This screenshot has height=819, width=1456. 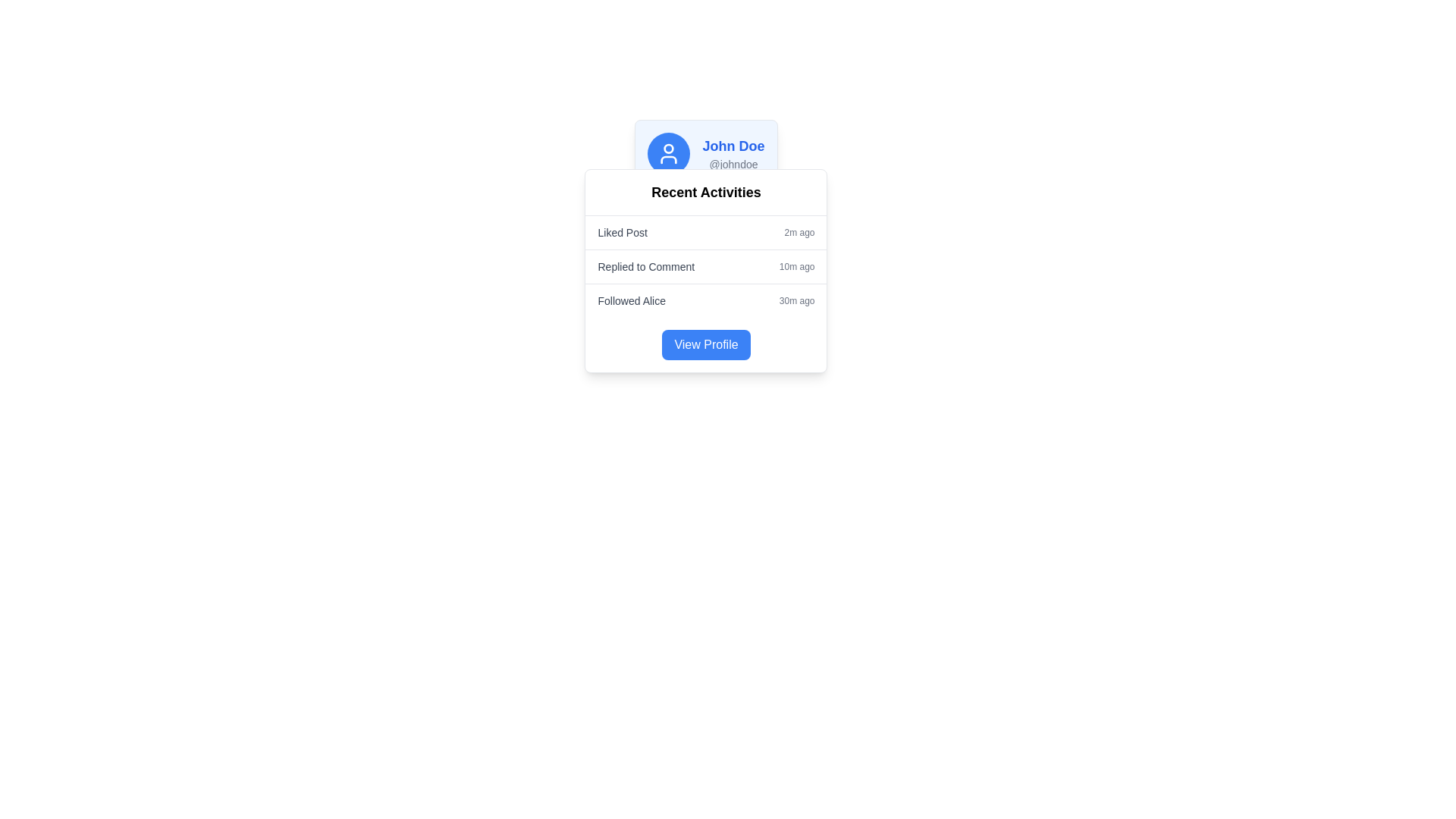 I want to click on the content of the third Text Row in the 'Recent Activities' section that indicates the user followed Alice 30 minutes ago, so click(x=705, y=300).